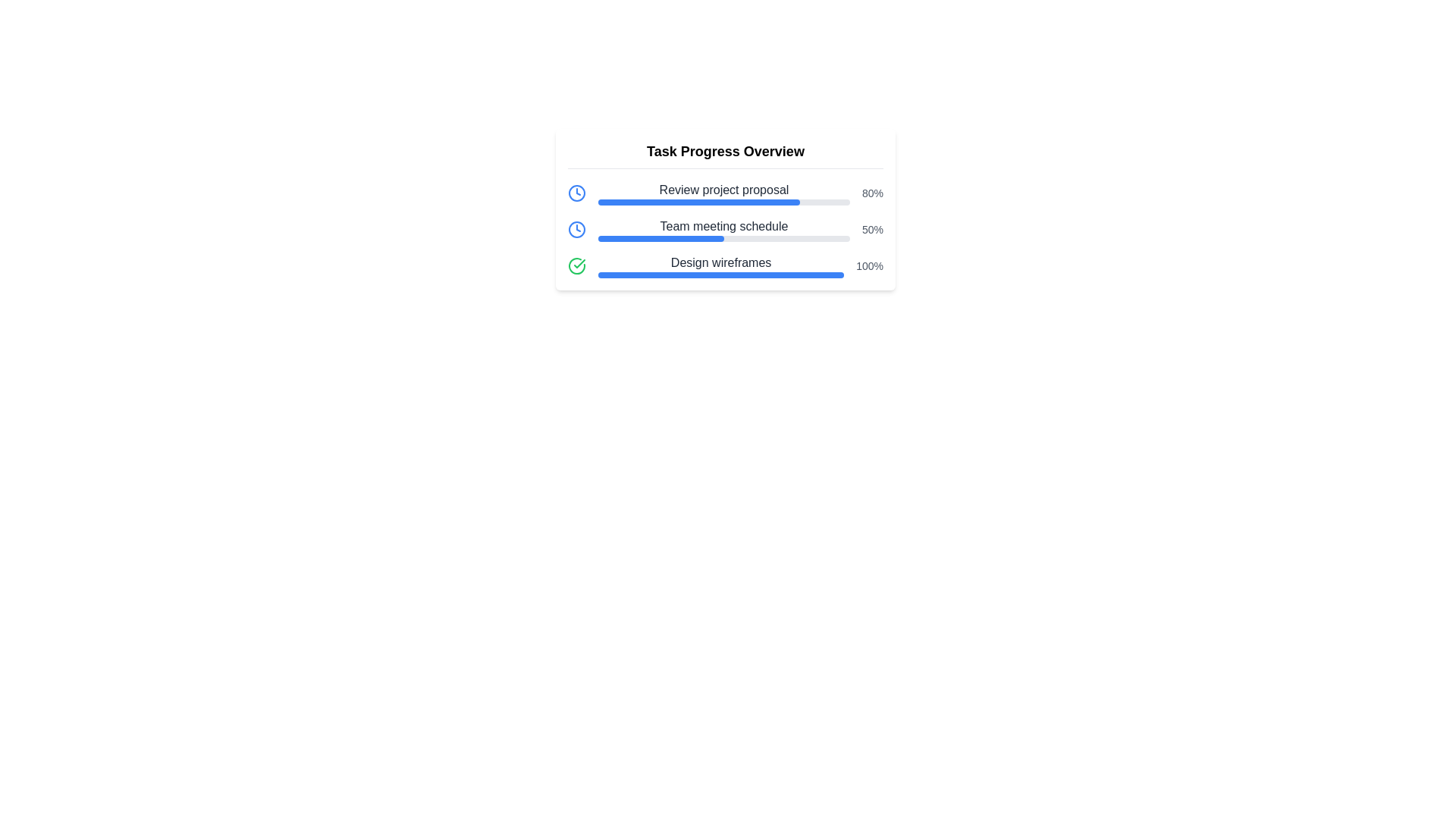  What do you see at coordinates (576, 192) in the screenshot?
I see `the blue ring that serves as the decorative border of the clock symbol SVG icon, located next to the 'Team meeting schedule' text in the 'Task Progress Overview' card` at bounding box center [576, 192].